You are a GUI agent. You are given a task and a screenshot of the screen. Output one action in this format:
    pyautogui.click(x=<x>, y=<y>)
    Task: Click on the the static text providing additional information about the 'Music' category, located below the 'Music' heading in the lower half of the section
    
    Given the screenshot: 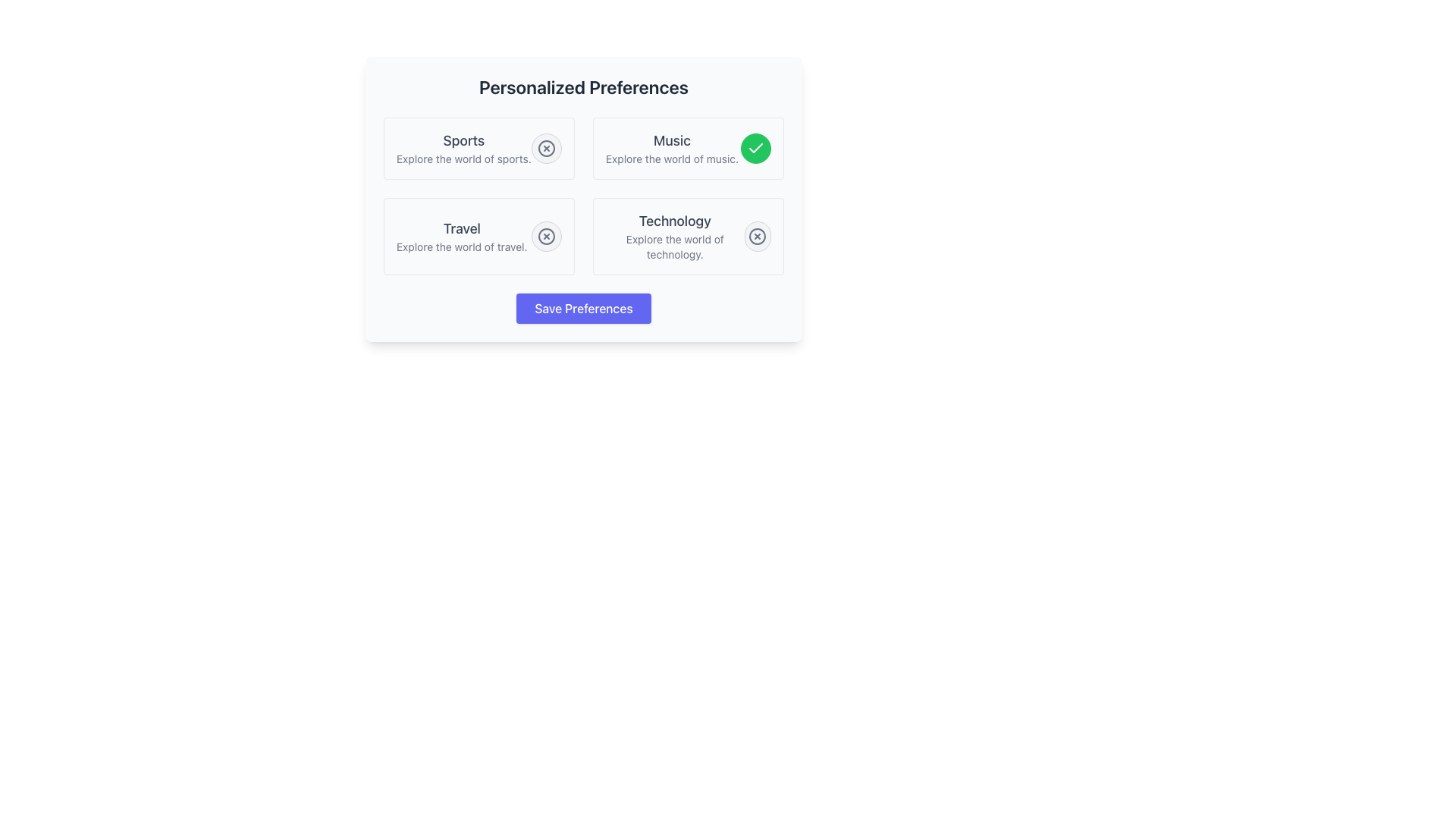 What is the action you would take?
    pyautogui.click(x=671, y=158)
    